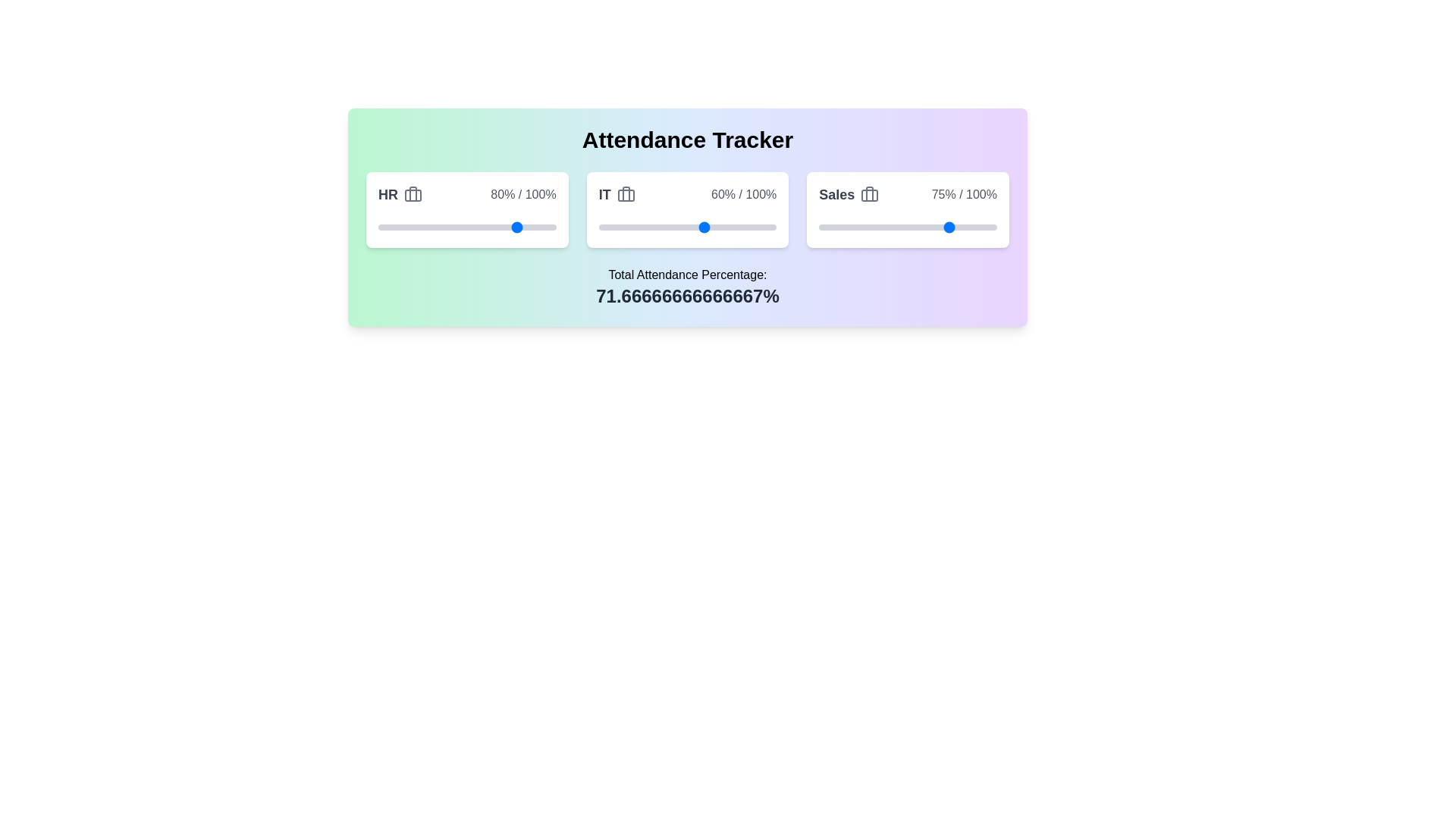 Image resolution: width=1456 pixels, height=819 pixels. Describe the element at coordinates (687, 217) in the screenshot. I see `the statistics display panel that shows team attendance statistics, positioned centrally below the 'Attendance Tracker' heading` at that location.